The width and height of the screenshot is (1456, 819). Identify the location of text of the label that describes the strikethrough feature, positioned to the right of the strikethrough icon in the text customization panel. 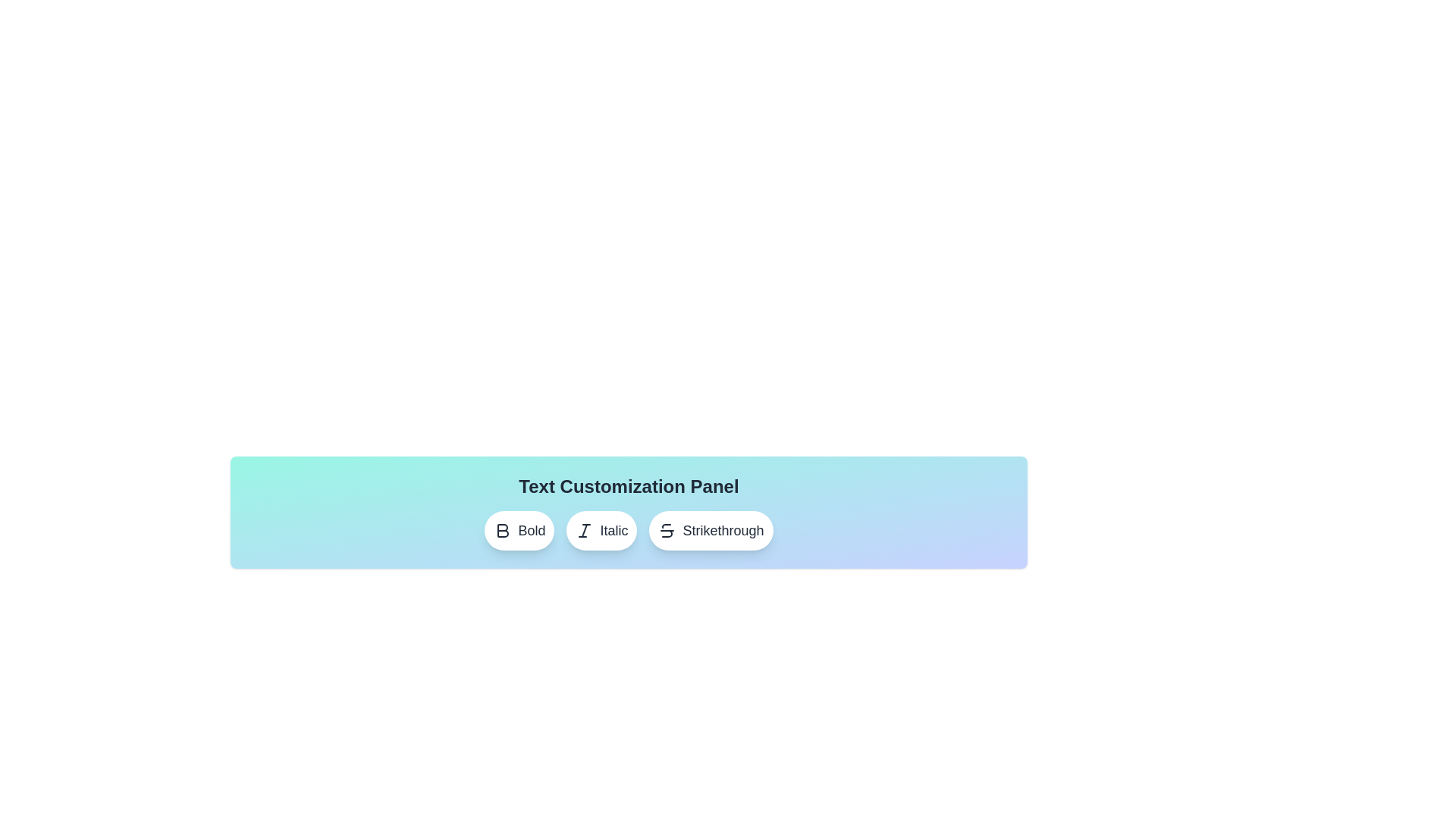
(723, 529).